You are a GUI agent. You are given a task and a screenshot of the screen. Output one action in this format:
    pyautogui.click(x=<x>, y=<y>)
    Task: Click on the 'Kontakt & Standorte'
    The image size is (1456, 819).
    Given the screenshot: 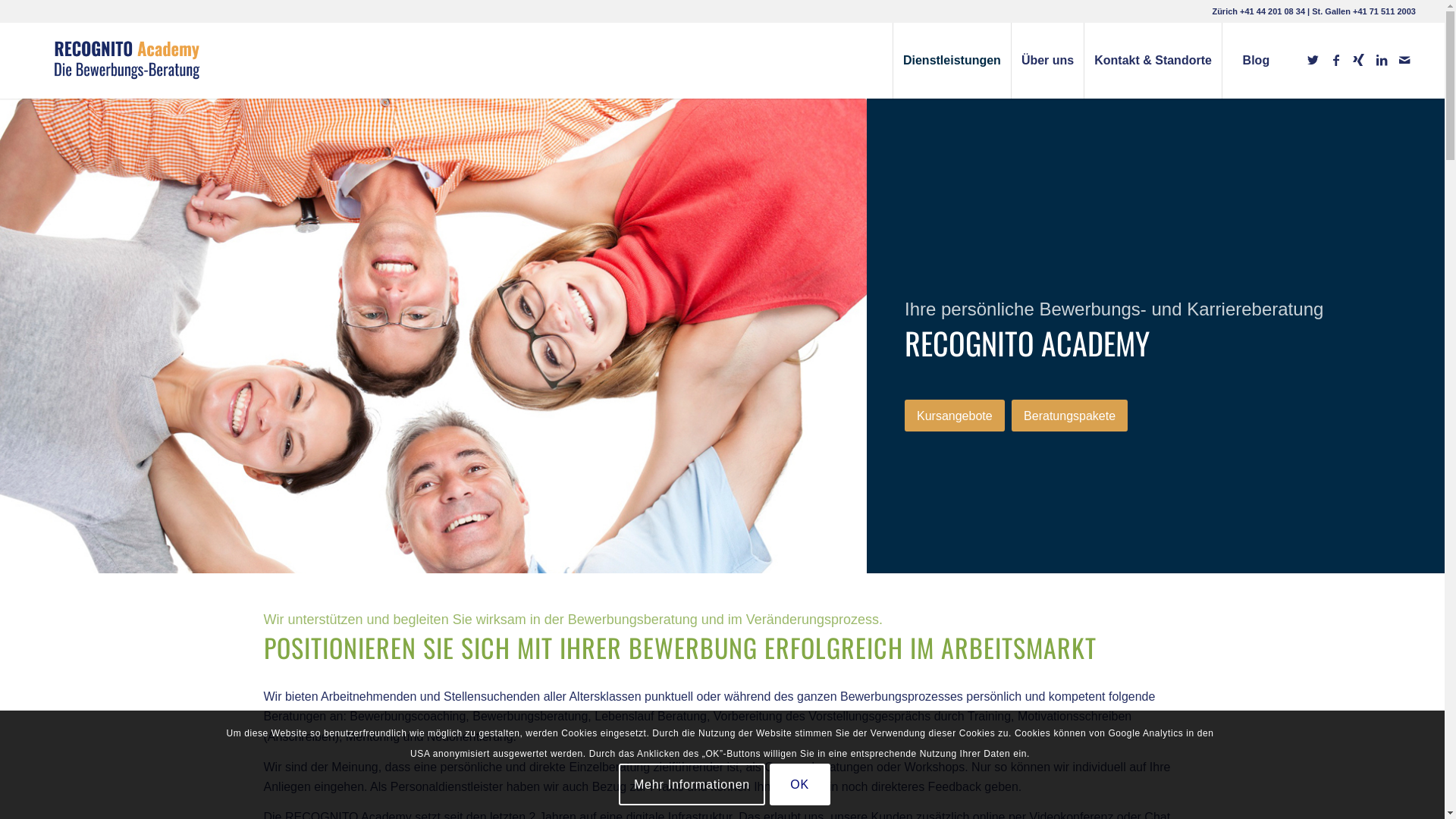 What is the action you would take?
    pyautogui.click(x=1083, y=60)
    